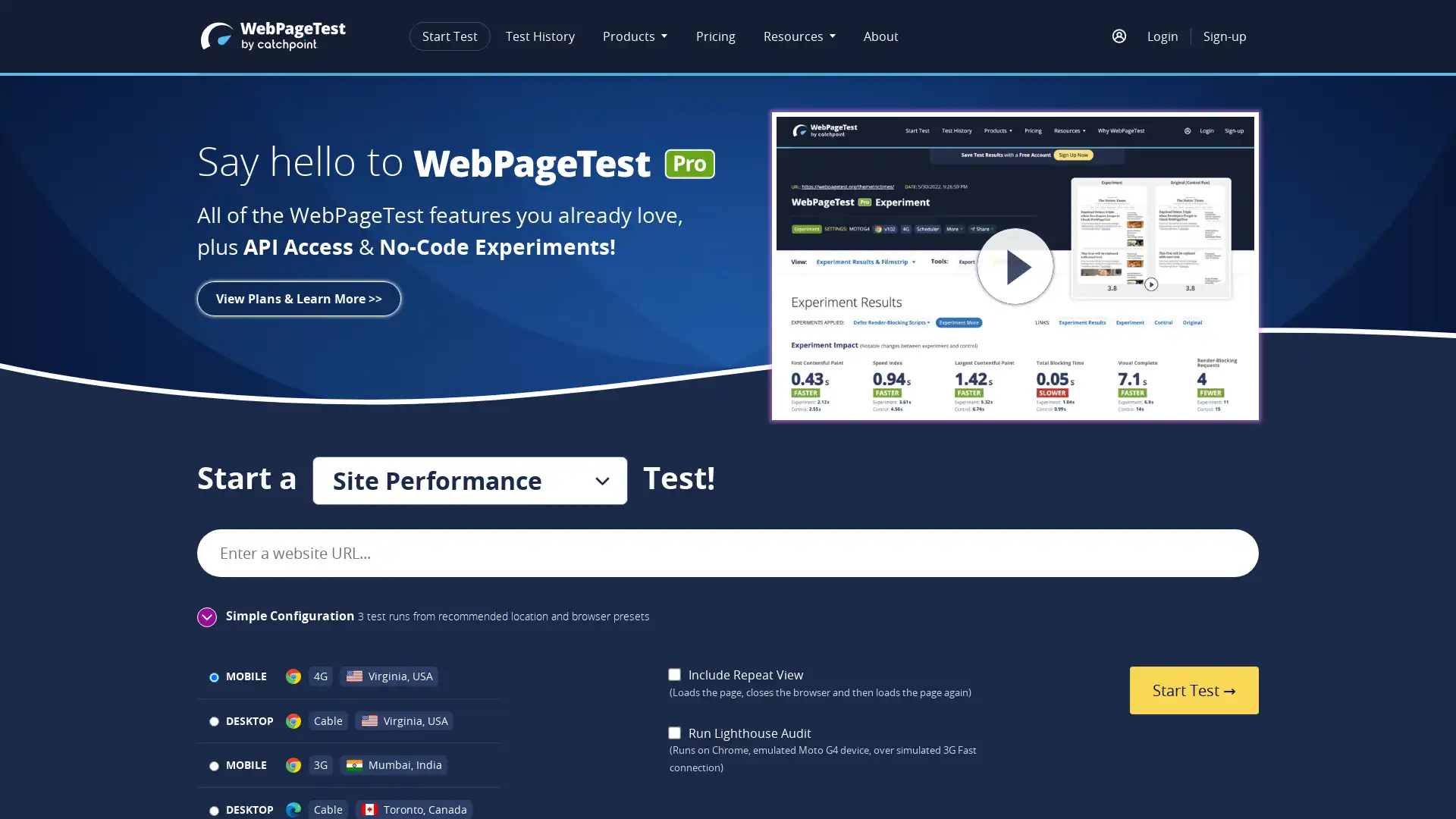 This screenshot has width=1456, height=819. Describe the element at coordinates (956, 265) in the screenshot. I see `Play/Pause Video` at that location.